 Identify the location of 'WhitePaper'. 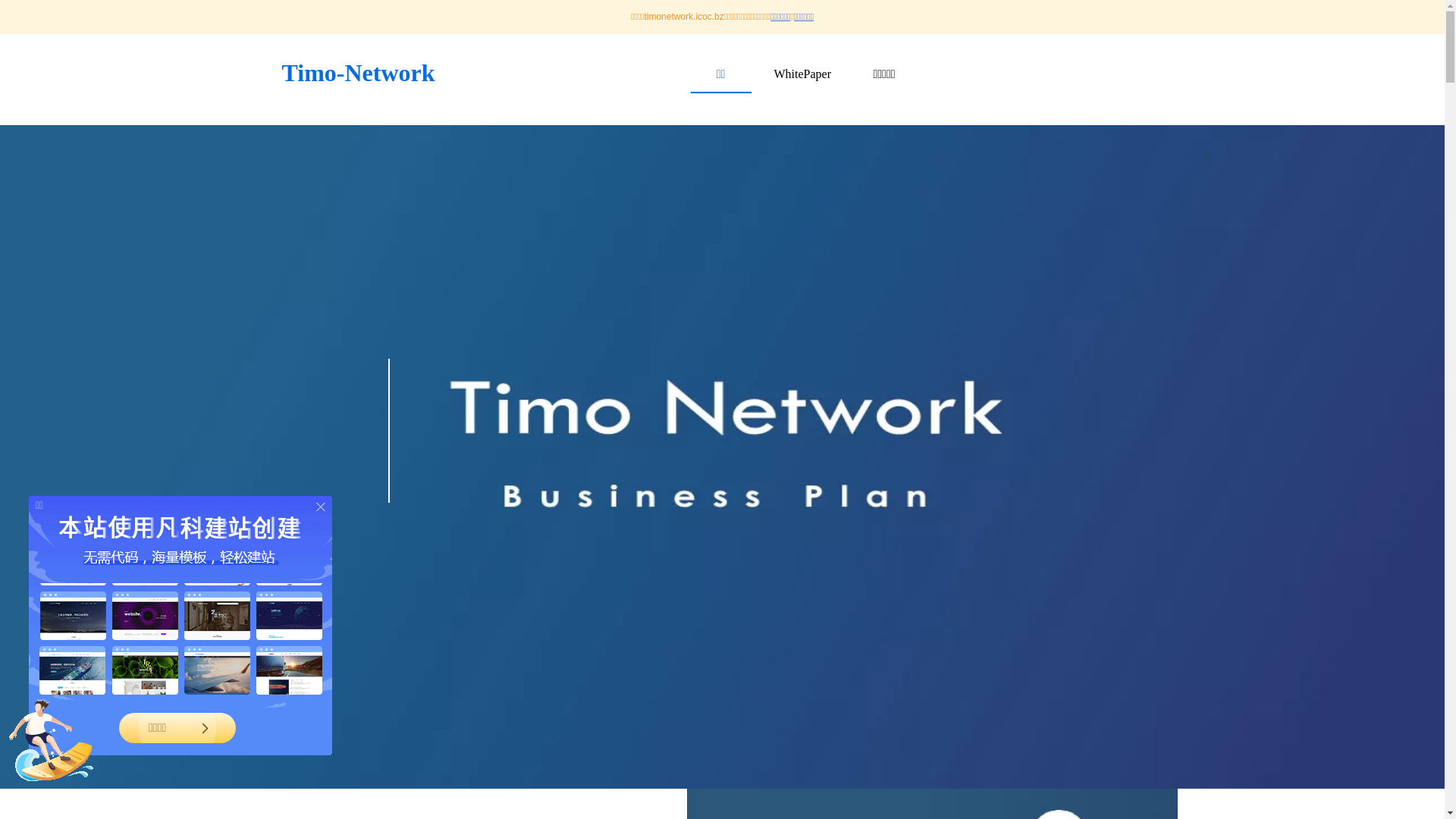
(801, 74).